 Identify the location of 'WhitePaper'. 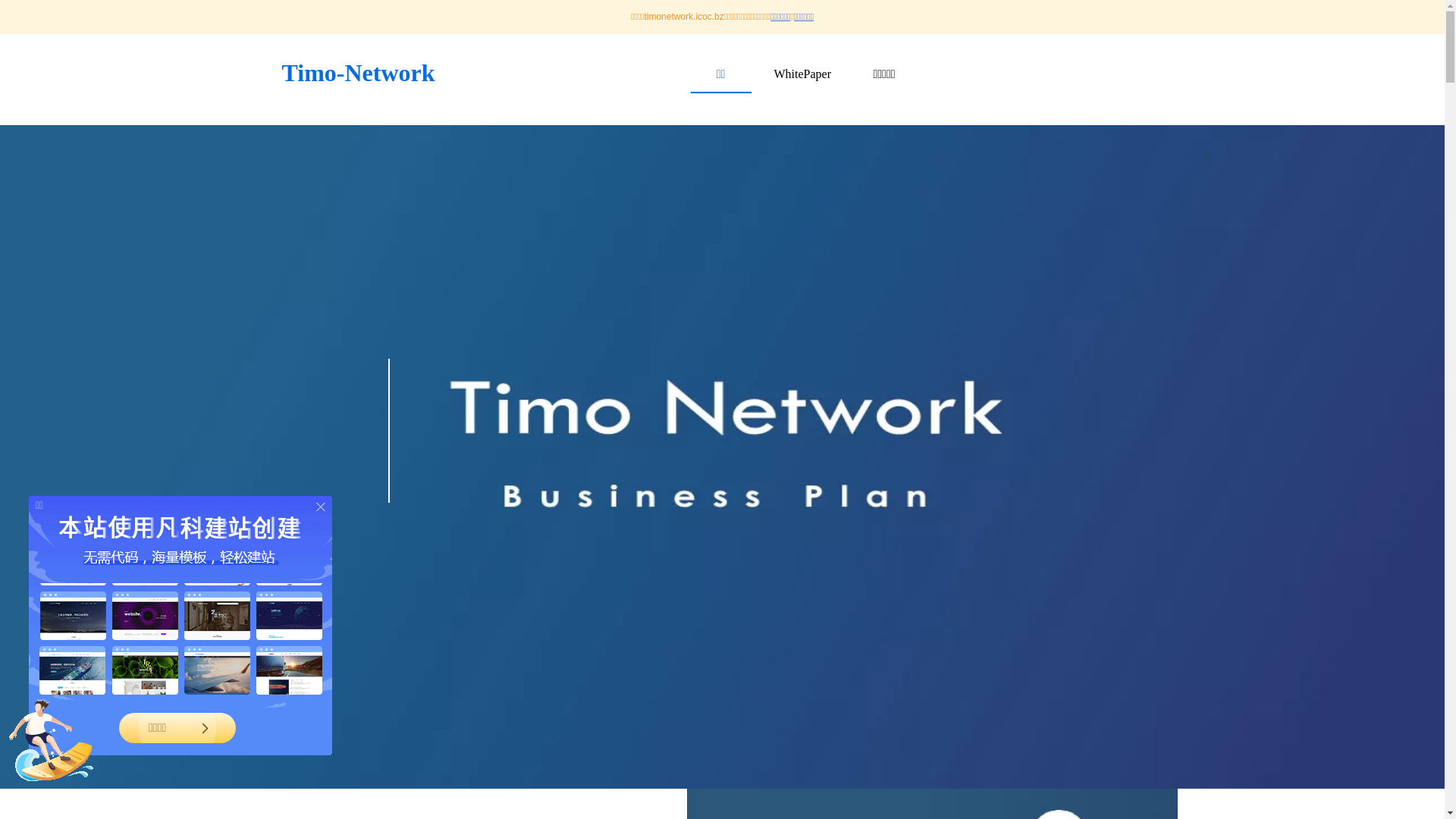
(801, 74).